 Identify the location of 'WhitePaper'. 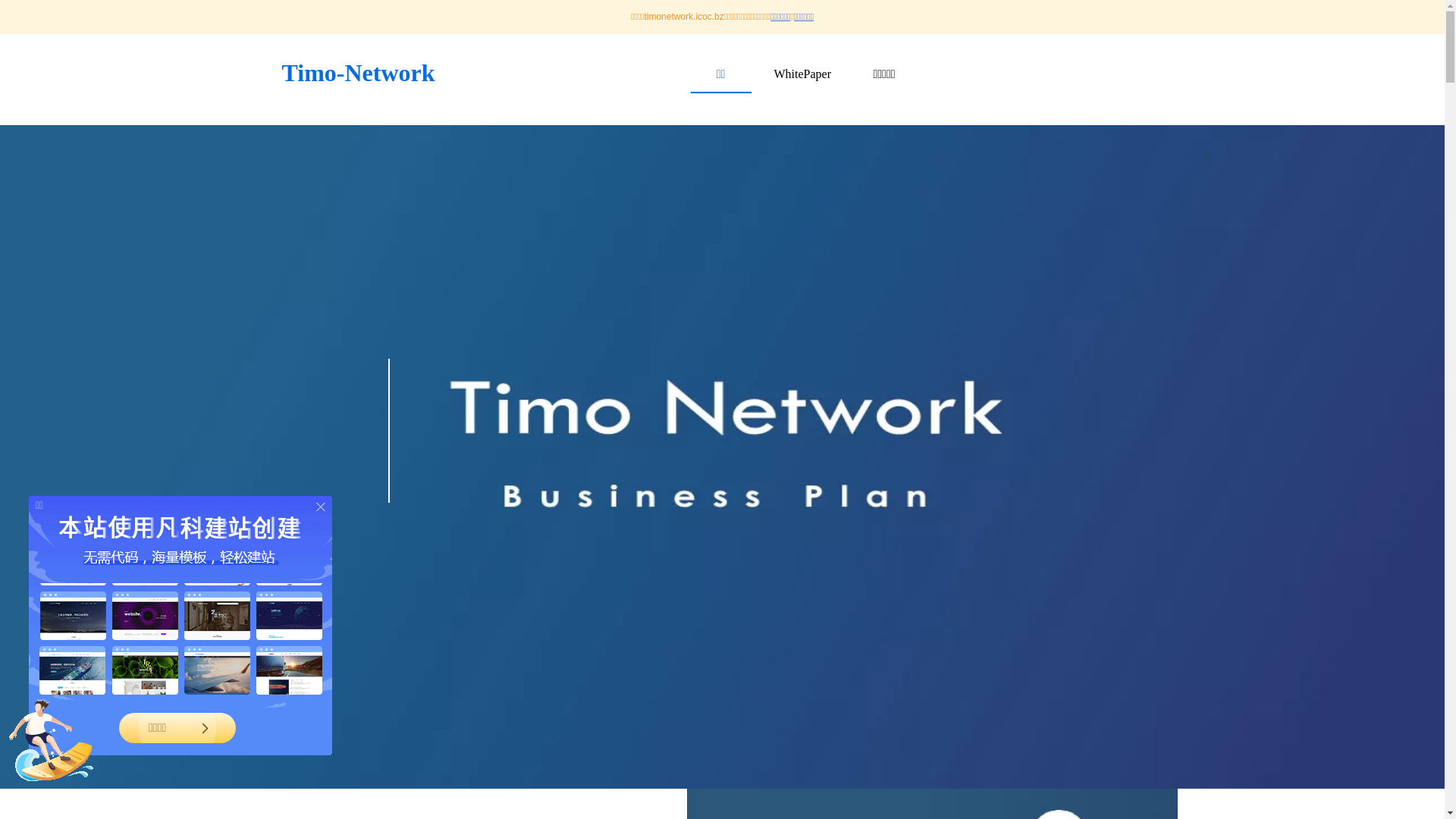
(801, 74).